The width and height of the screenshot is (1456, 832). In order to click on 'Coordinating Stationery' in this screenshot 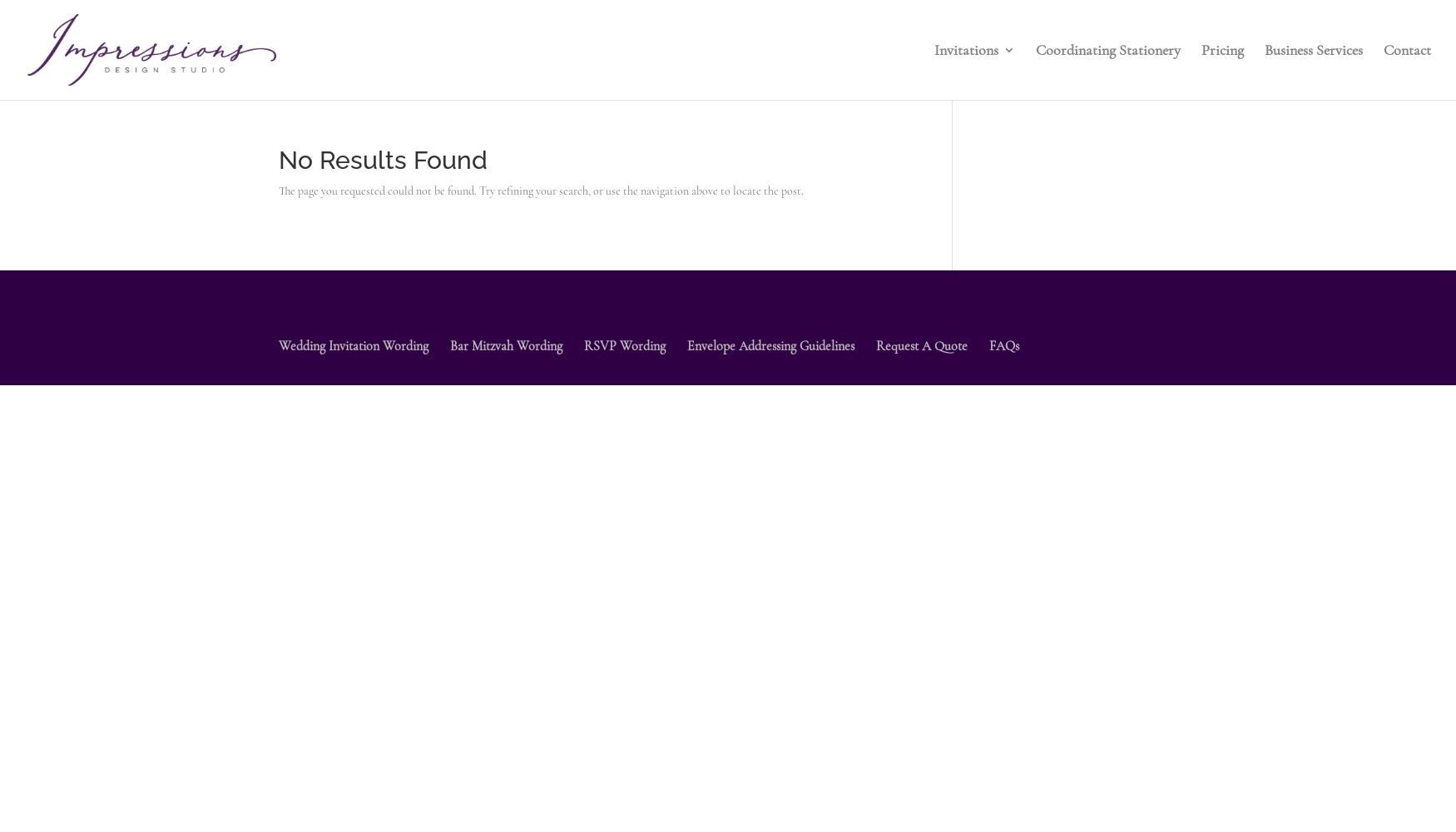, I will do `click(1035, 50)`.